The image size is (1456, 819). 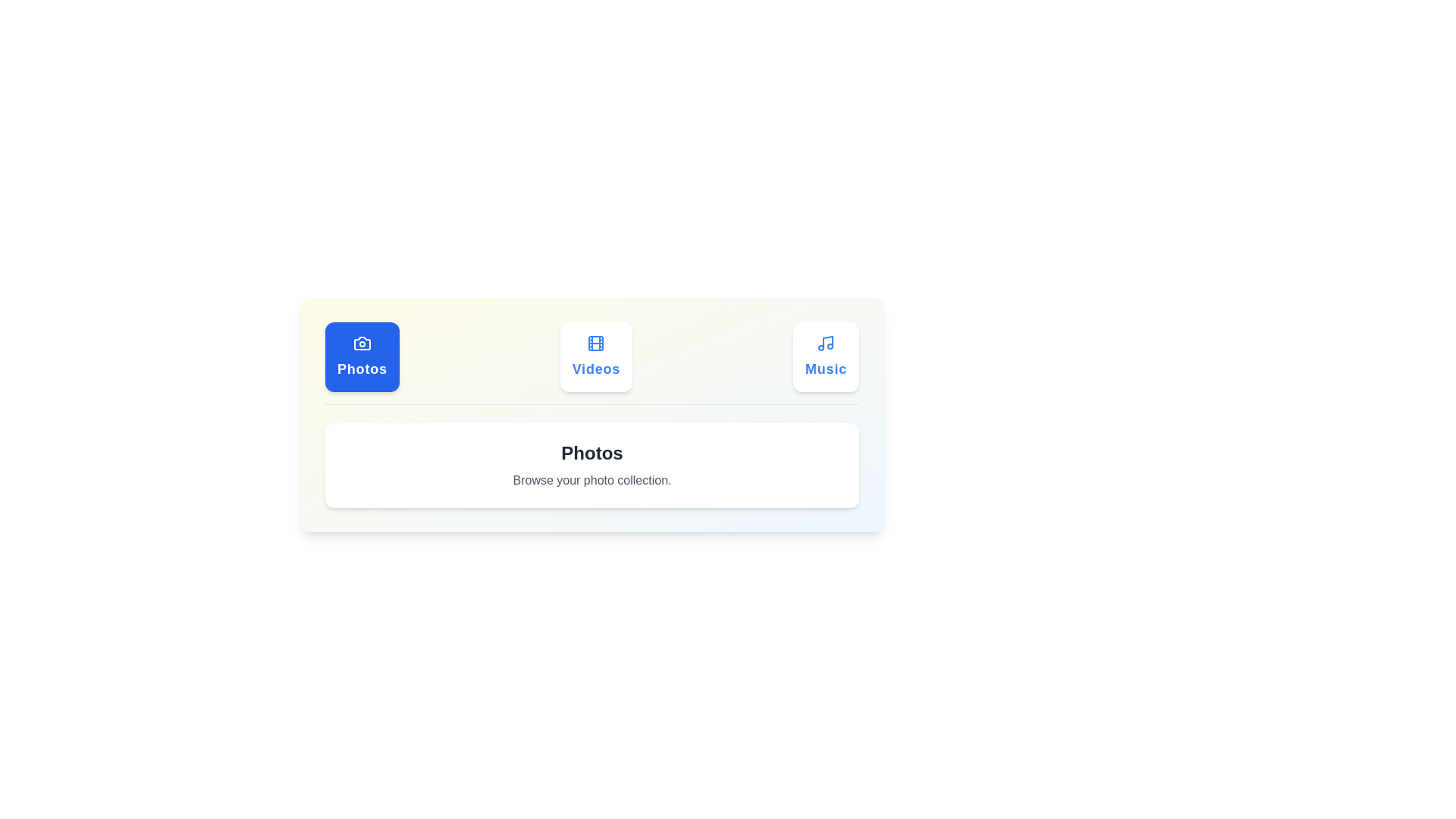 I want to click on the Photos tab to observe its content, so click(x=360, y=356).